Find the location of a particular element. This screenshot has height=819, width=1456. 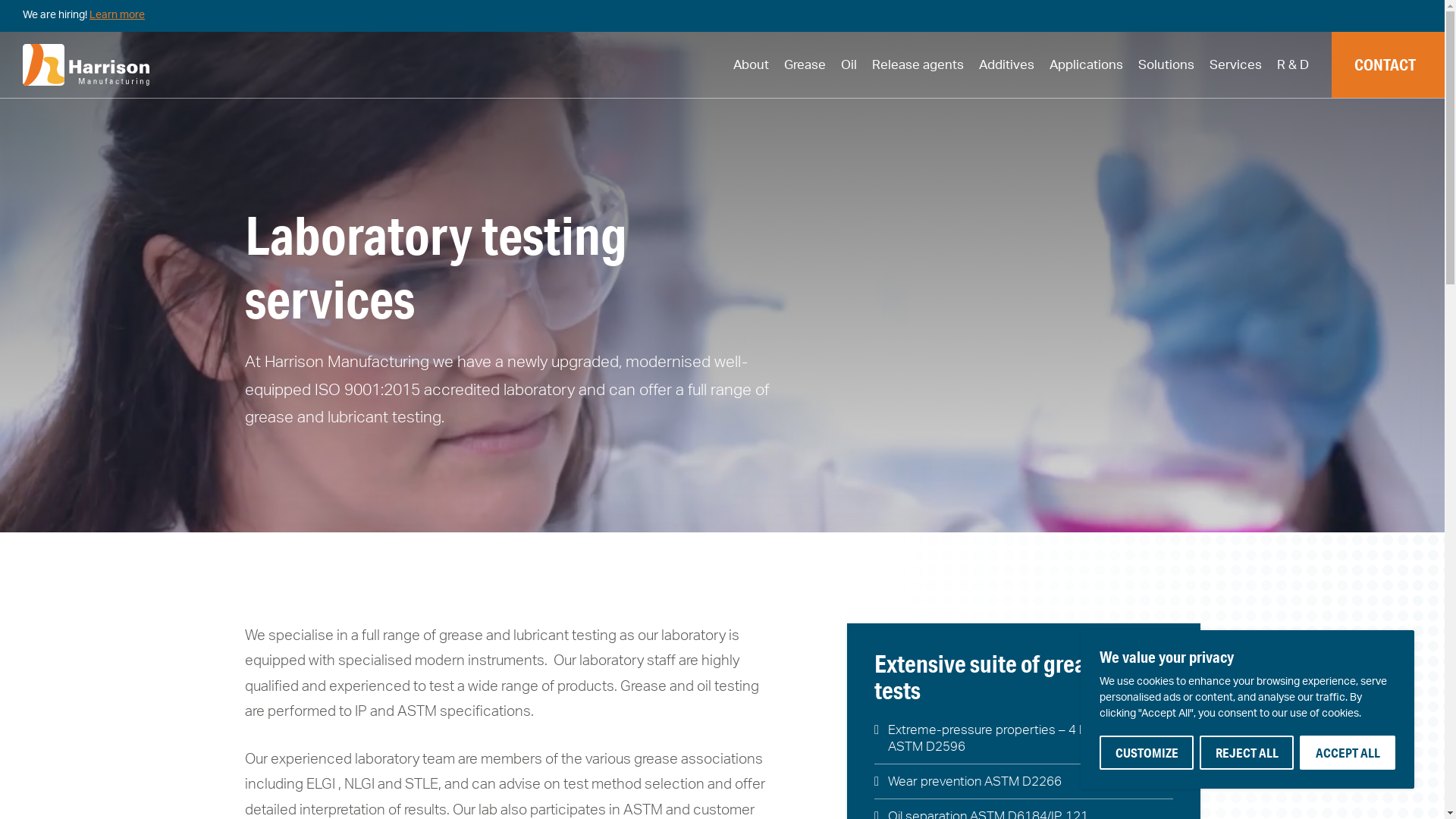

'Additives' is located at coordinates (1006, 64).